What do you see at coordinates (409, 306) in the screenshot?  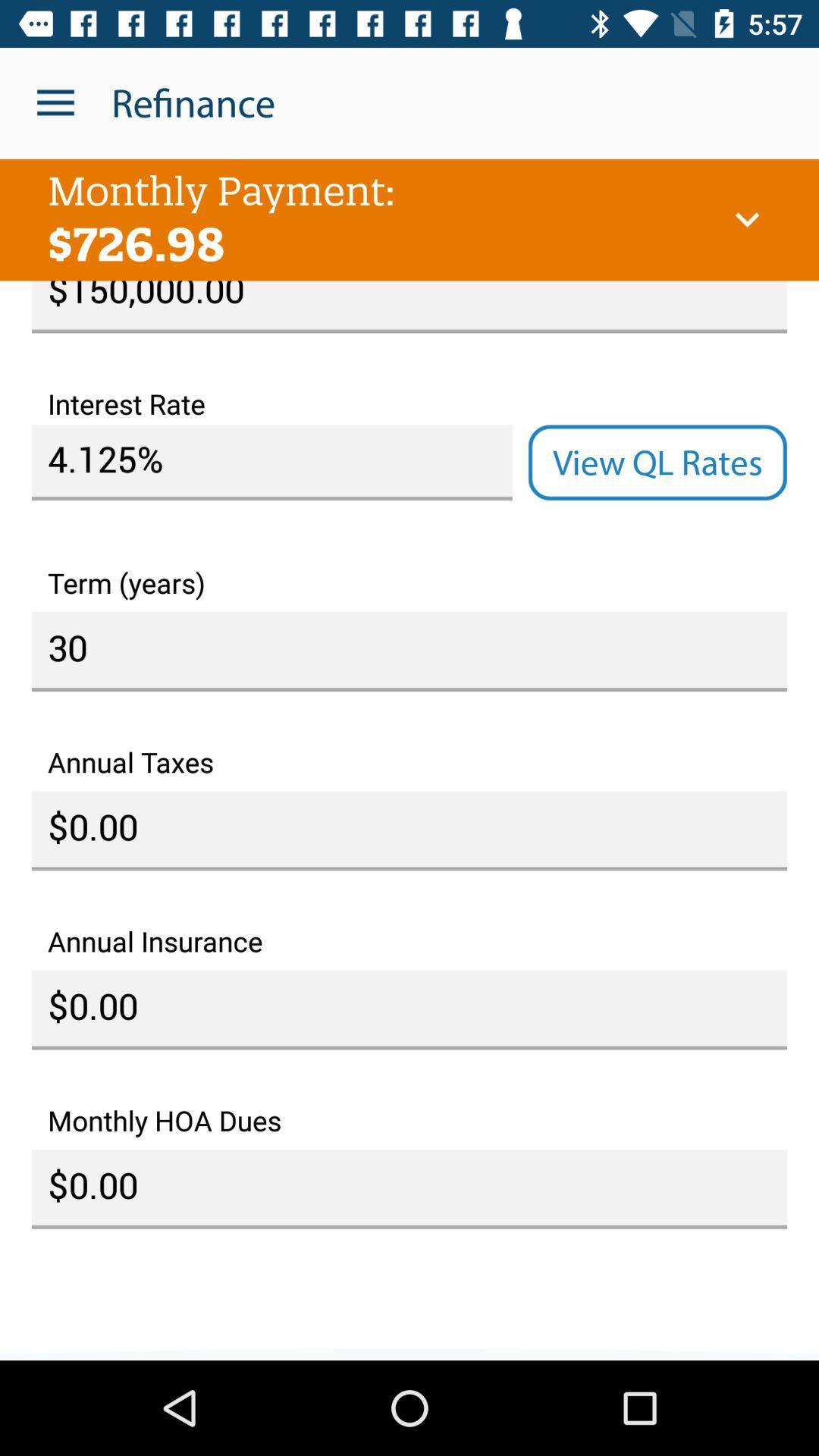 I see `item below $726.98` at bounding box center [409, 306].